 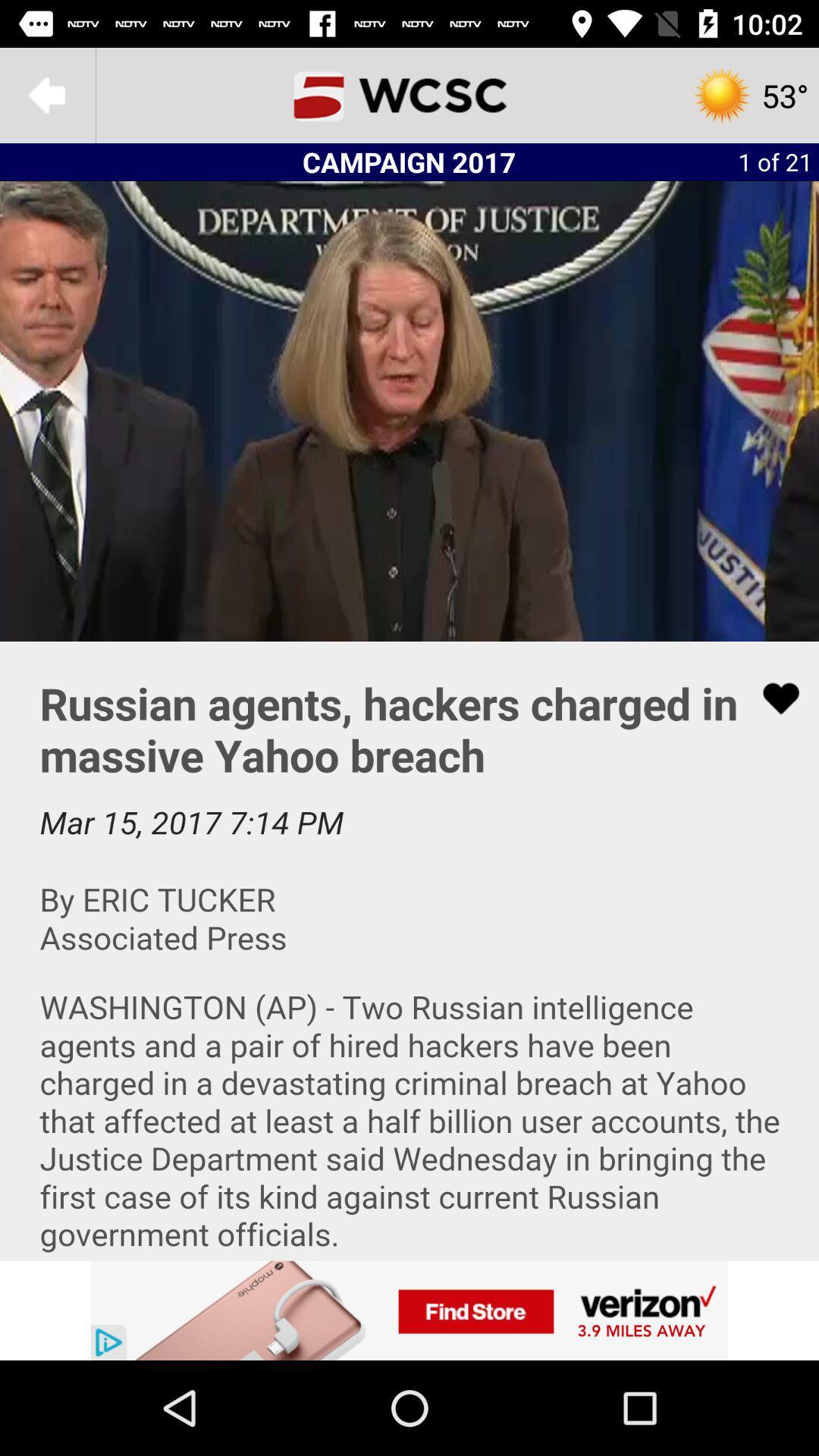 I want to click on main page, so click(x=409, y=94).